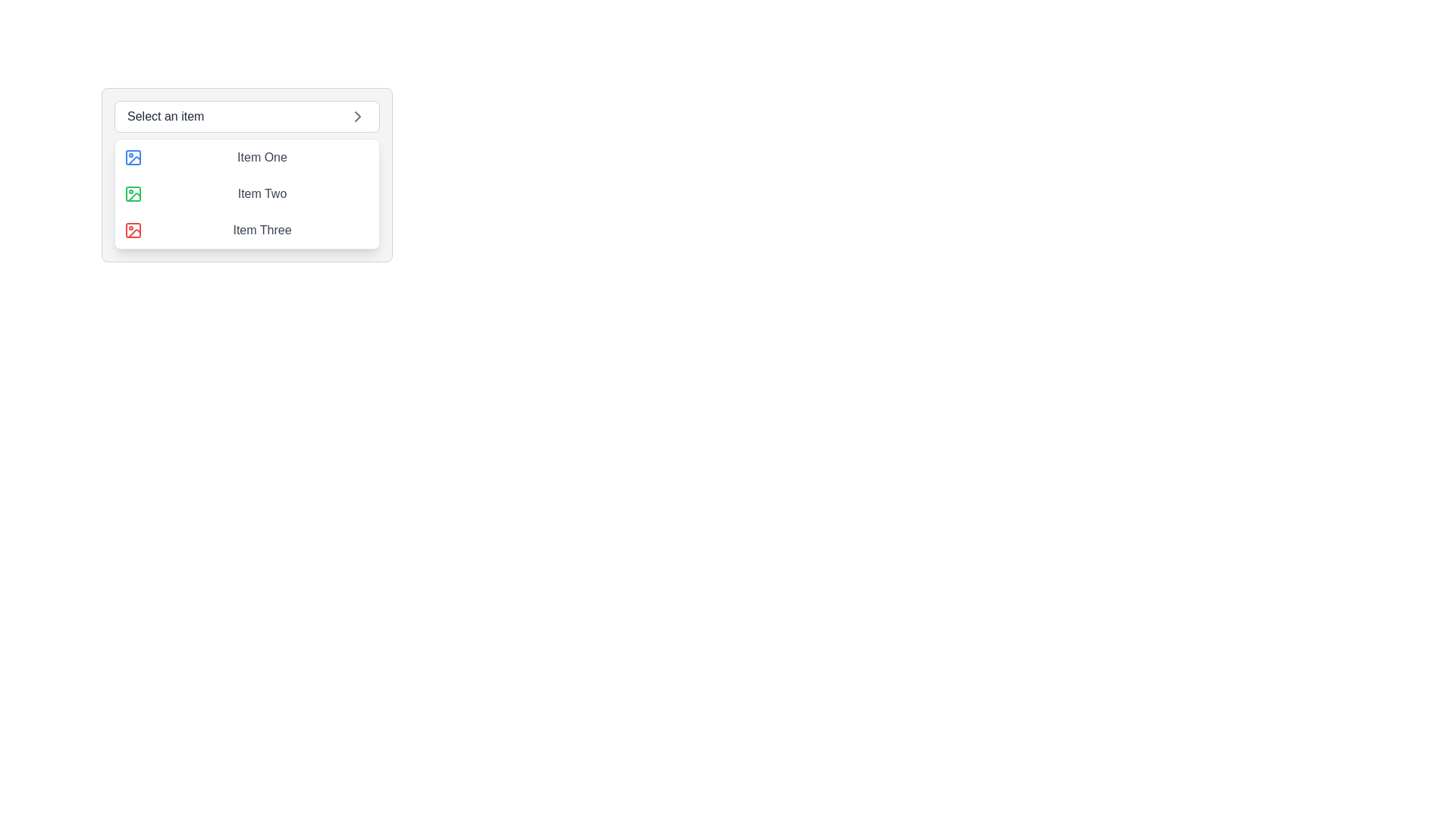 The image size is (1456, 819). What do you see at coordinates (133, 158) in the screenshot?
I see `the icon representing 'Item One' in the dropdown list, which is positioned to the left of the text 'Item One'` at bounding box center [133, 158].